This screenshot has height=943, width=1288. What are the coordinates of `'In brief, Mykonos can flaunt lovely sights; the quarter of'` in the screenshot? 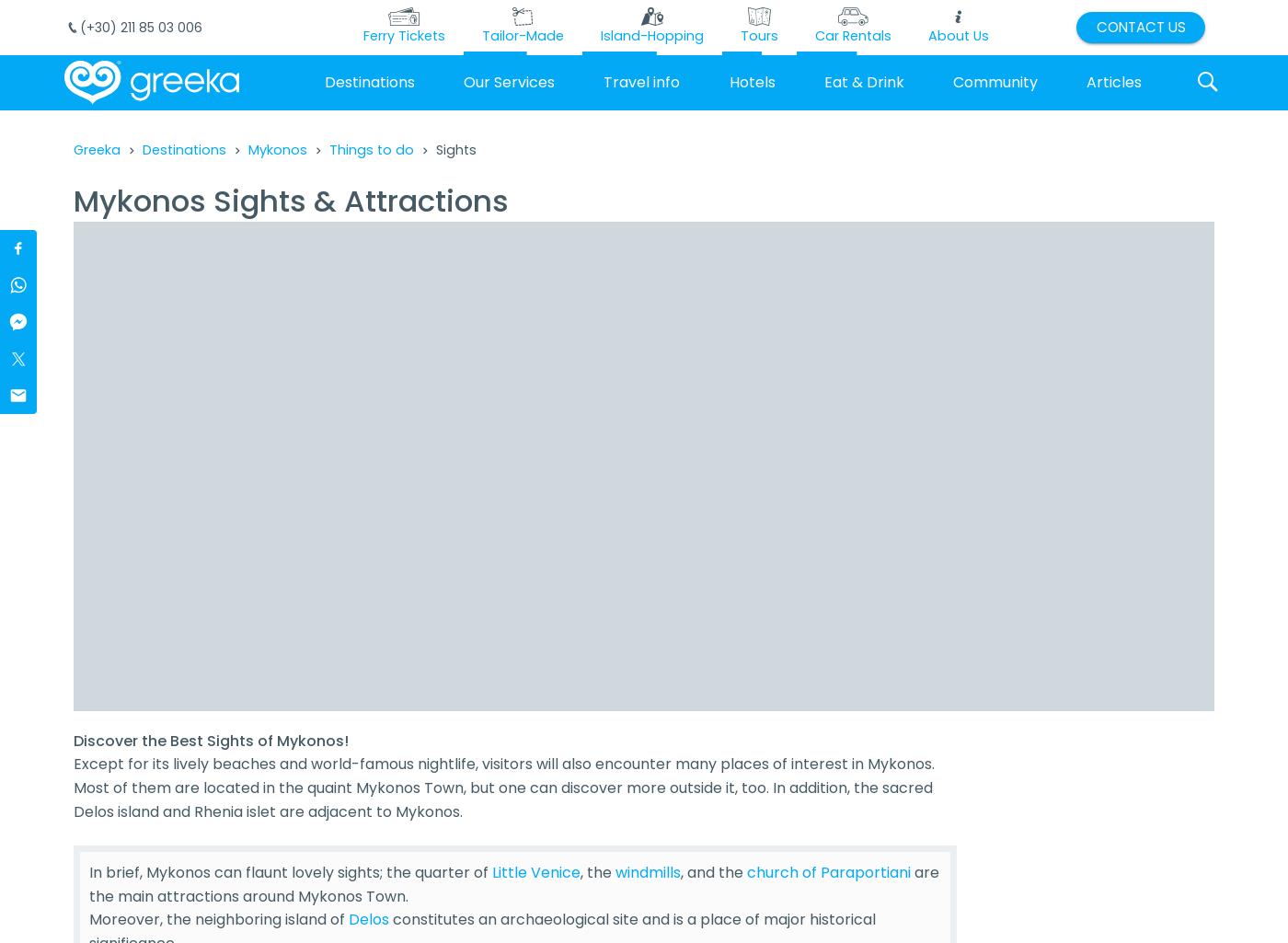 It's located at (290, 872).